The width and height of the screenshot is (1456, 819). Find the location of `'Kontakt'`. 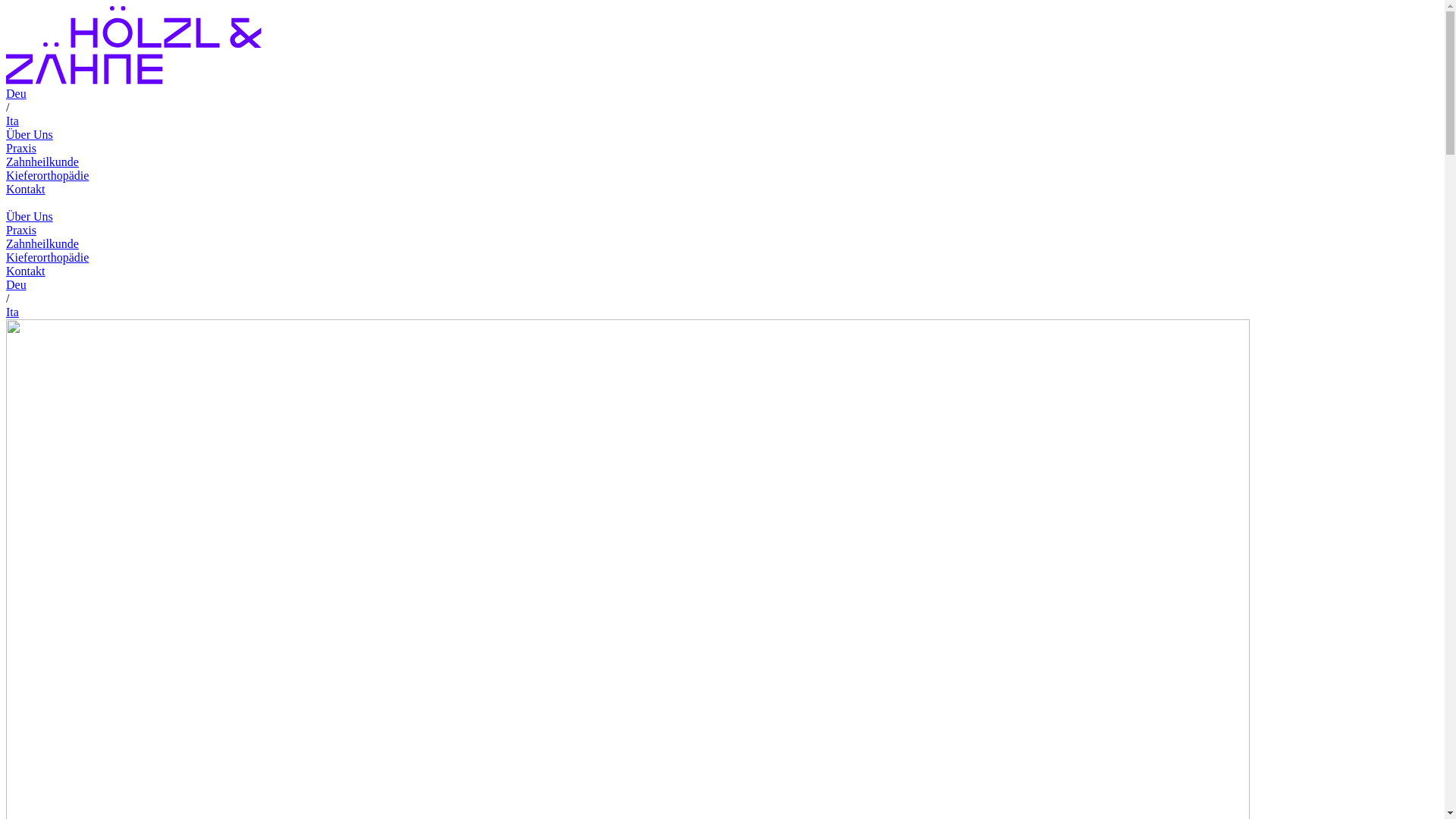

'Kontakt' is located at coordinates (25, 188).